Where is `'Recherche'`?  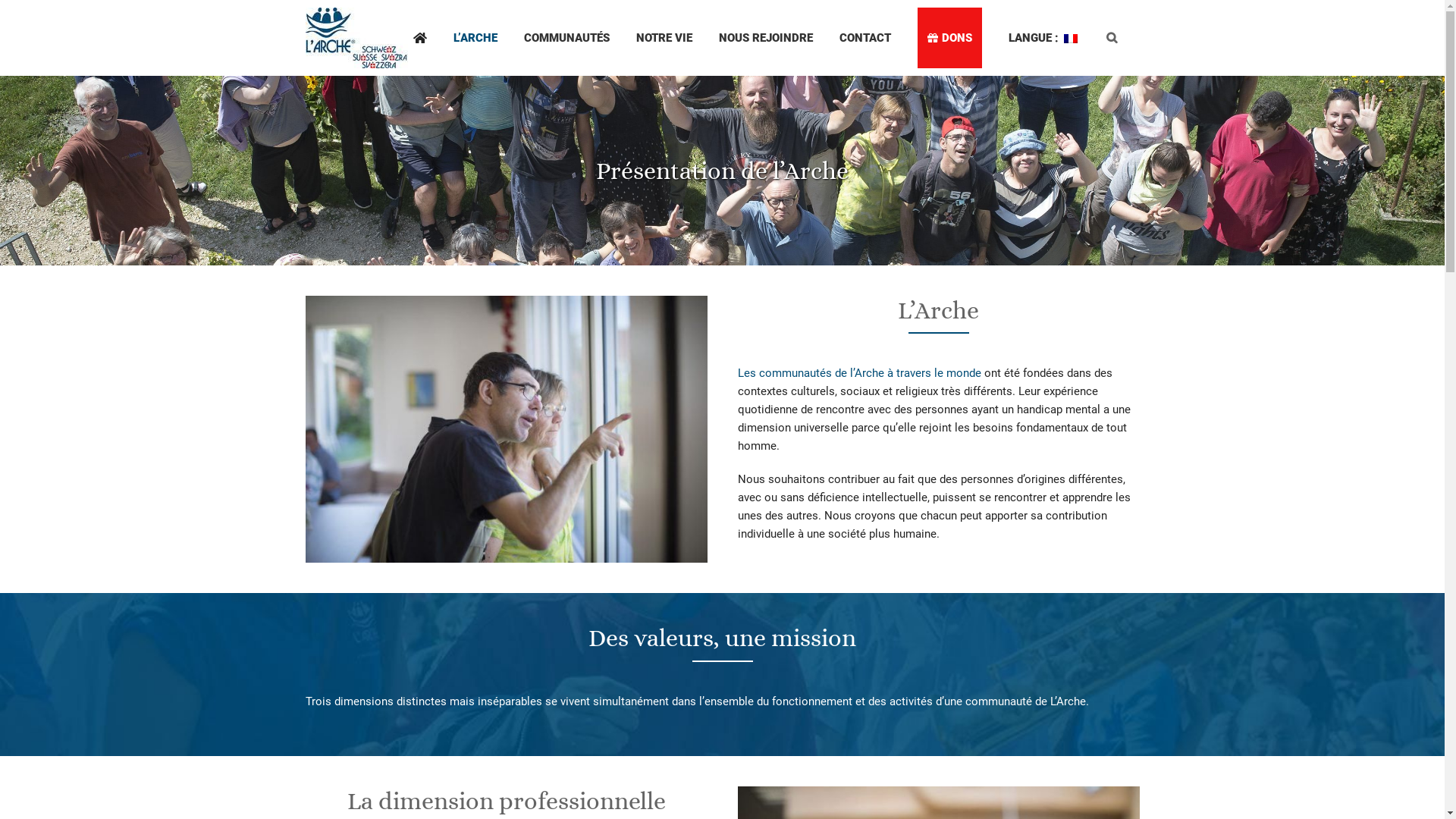
'Recherche' is located at coordinates (1111, 37).